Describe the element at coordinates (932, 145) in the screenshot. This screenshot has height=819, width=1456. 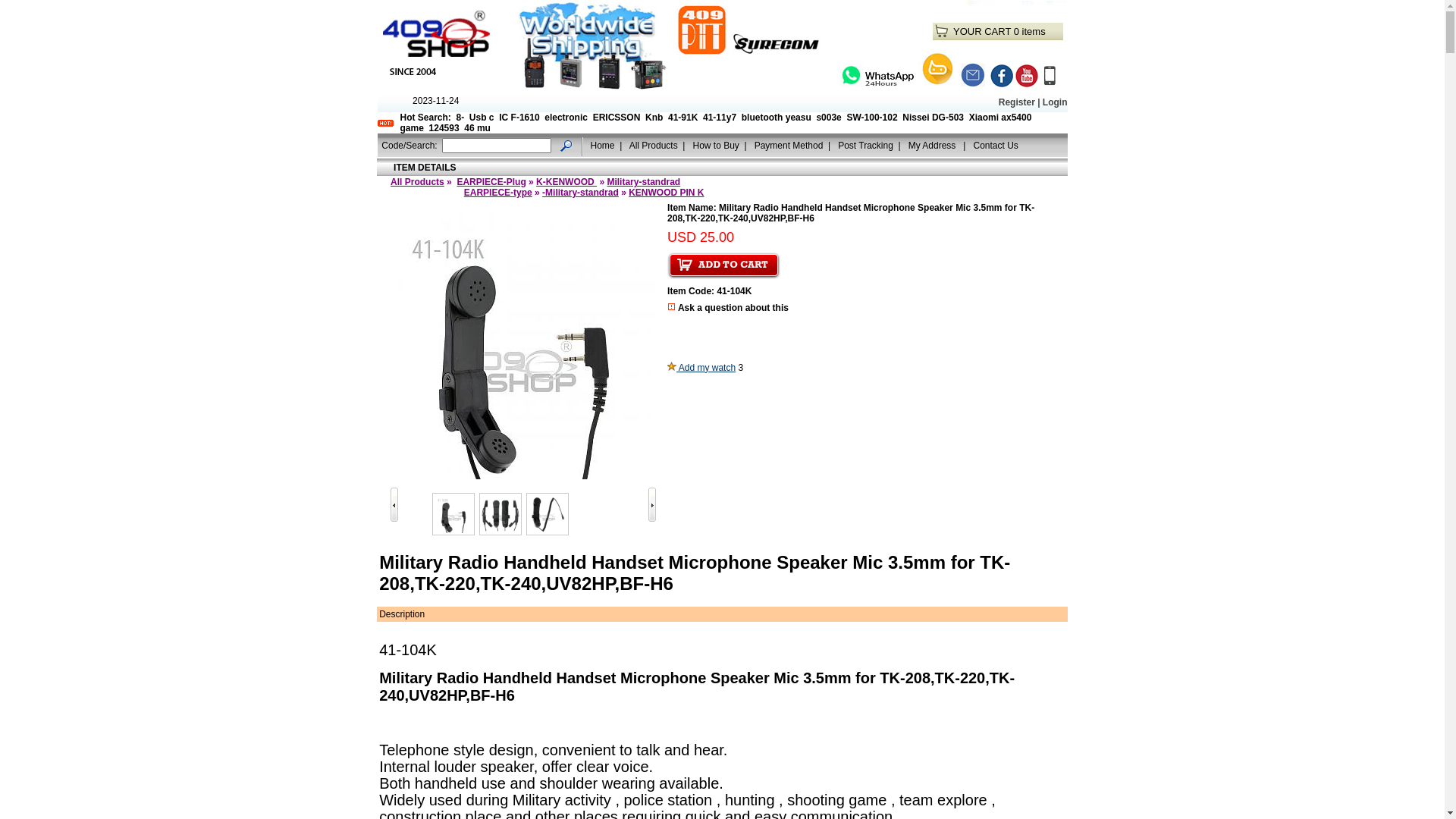
I see `'My Address'` at that location.